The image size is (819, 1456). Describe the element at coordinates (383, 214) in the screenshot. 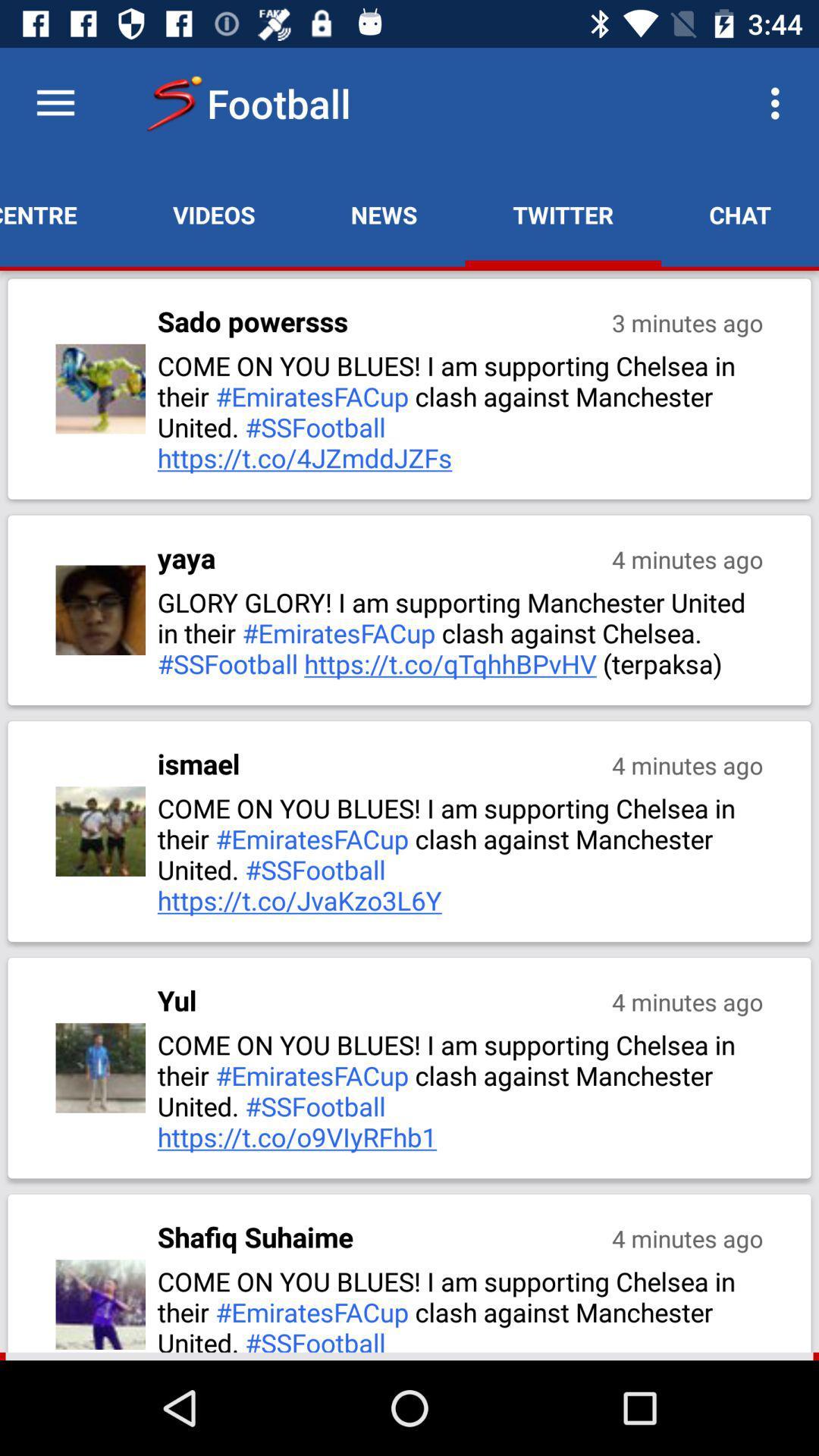

I see `the icon below football` at that location.